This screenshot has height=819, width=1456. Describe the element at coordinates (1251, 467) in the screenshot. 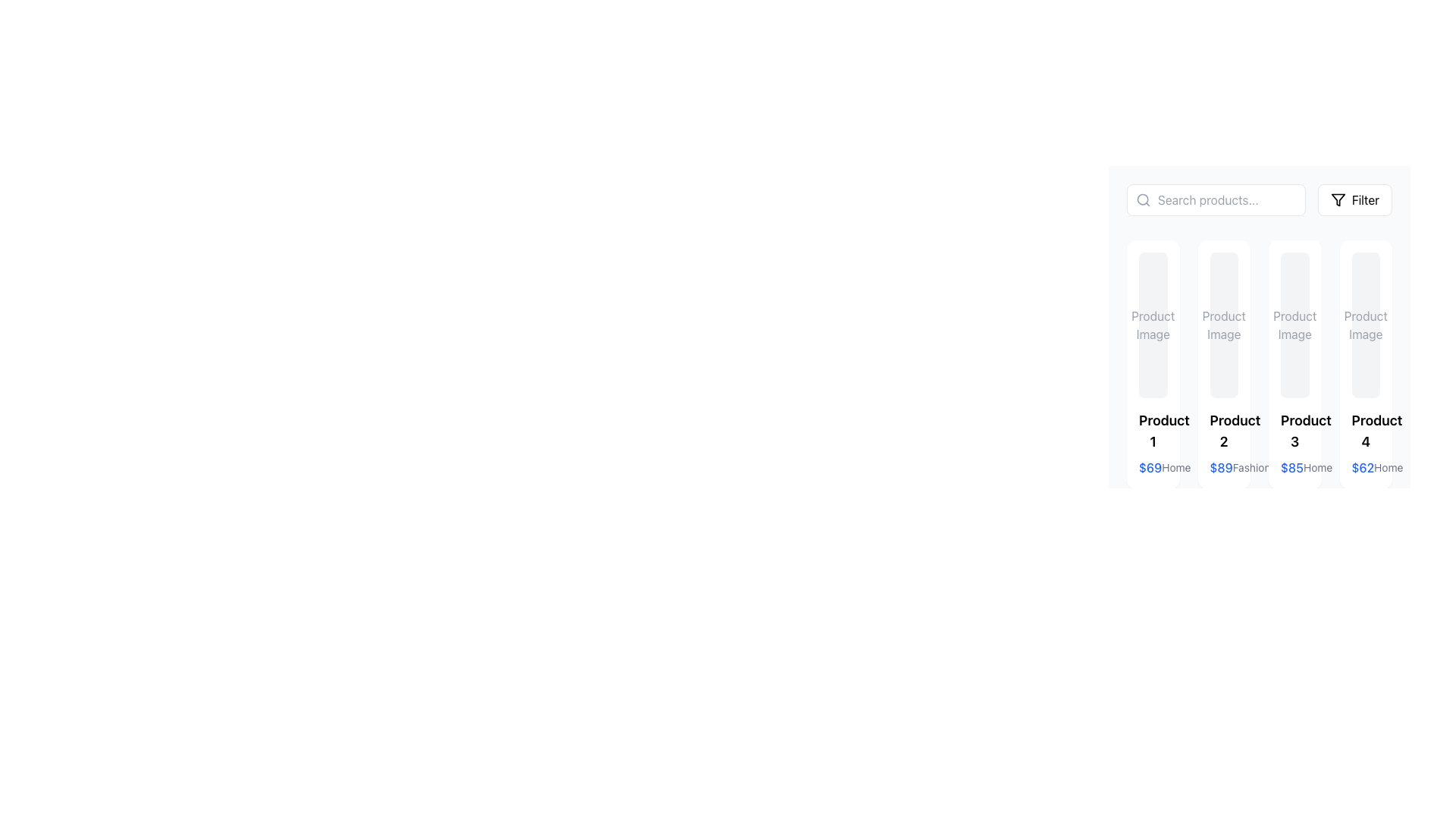

I see `the text label that provides additional contextual information about 'Product 2', located immediately to the right of the '$89' label` at that location.